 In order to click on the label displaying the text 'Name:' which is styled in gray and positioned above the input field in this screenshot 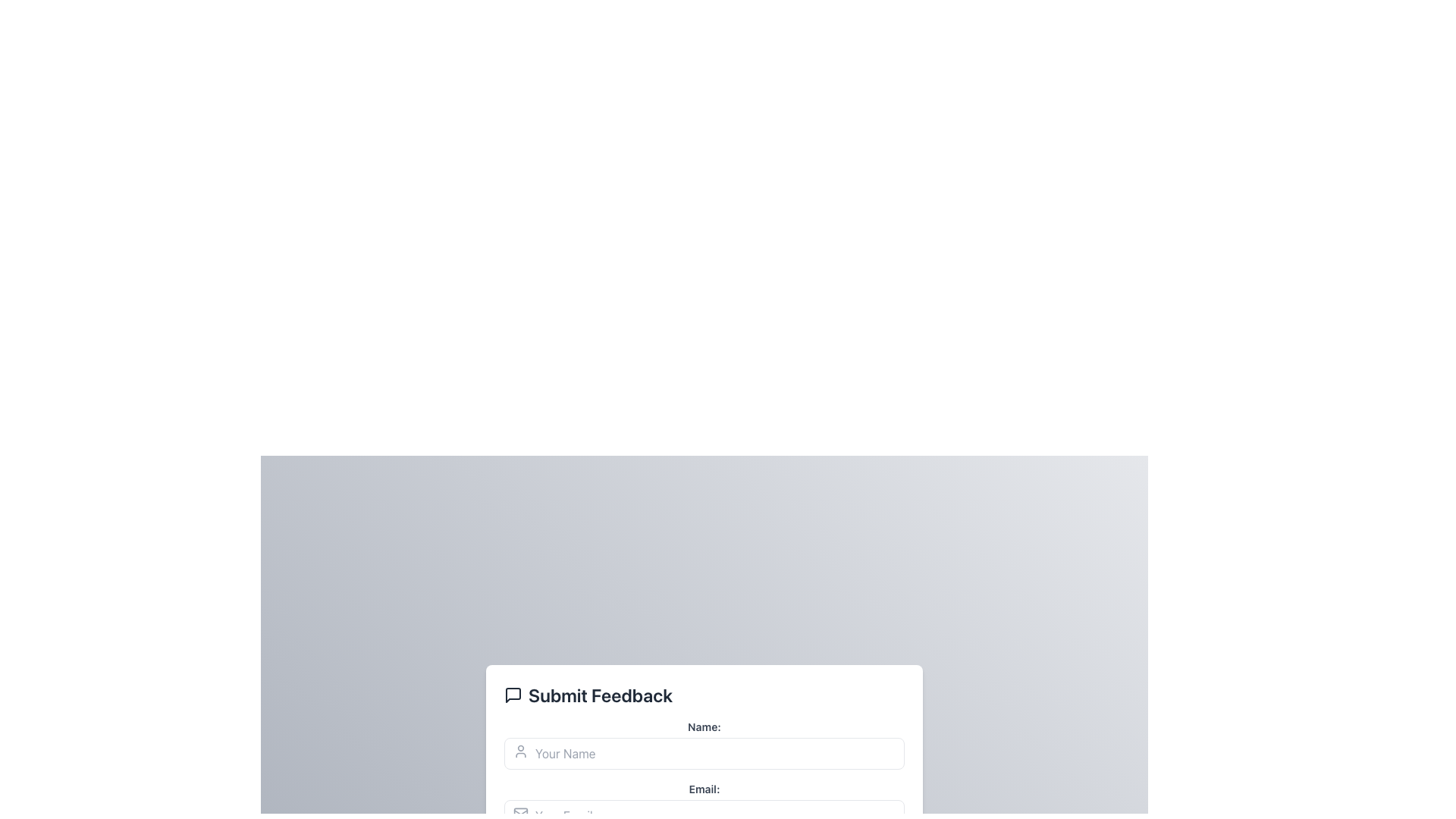, I will do `click(704, 726)`.